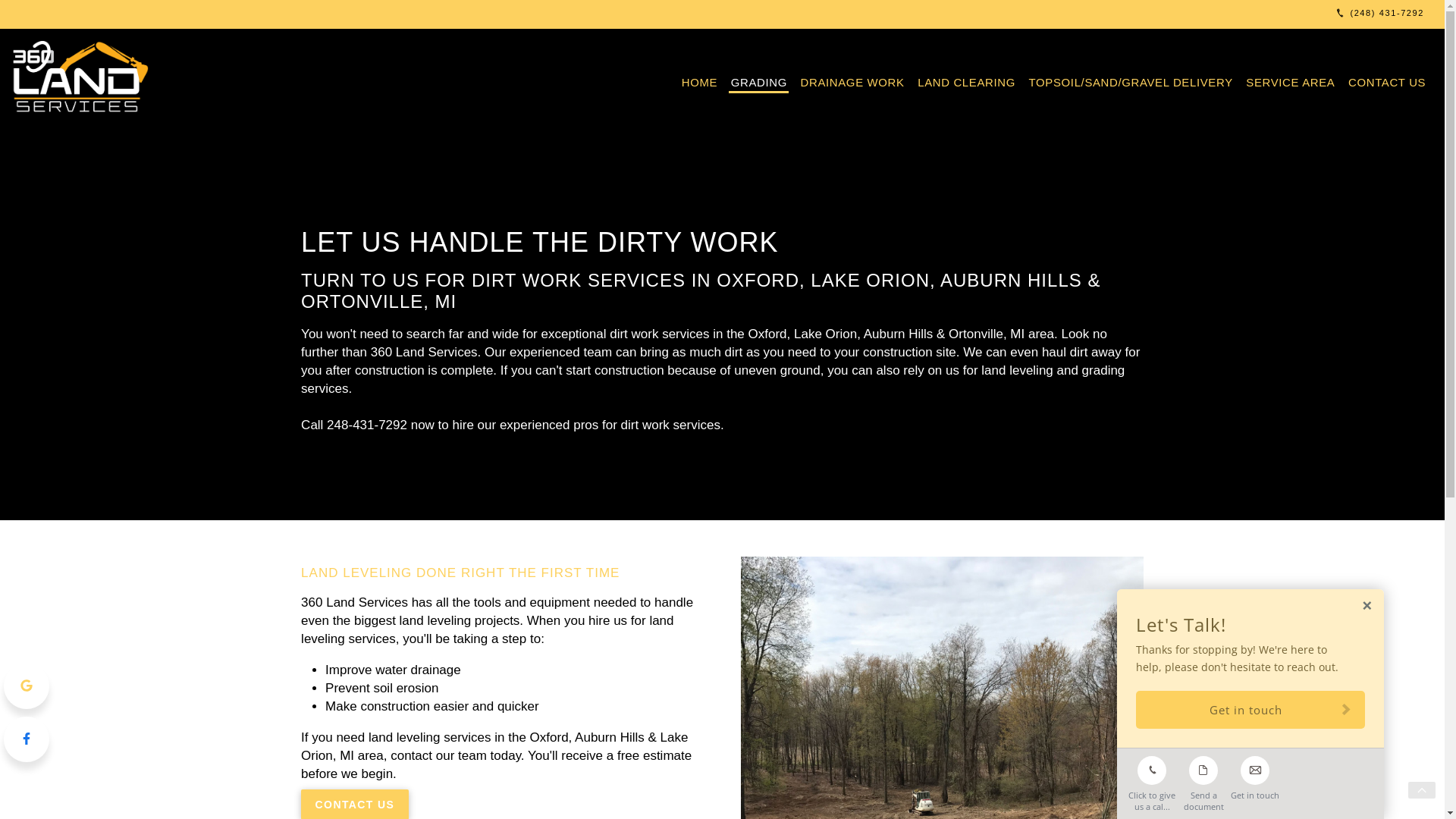 This screenshot has height=819, width=1456. I want to click on 'SERVICE AREA', so click(1290, 79).